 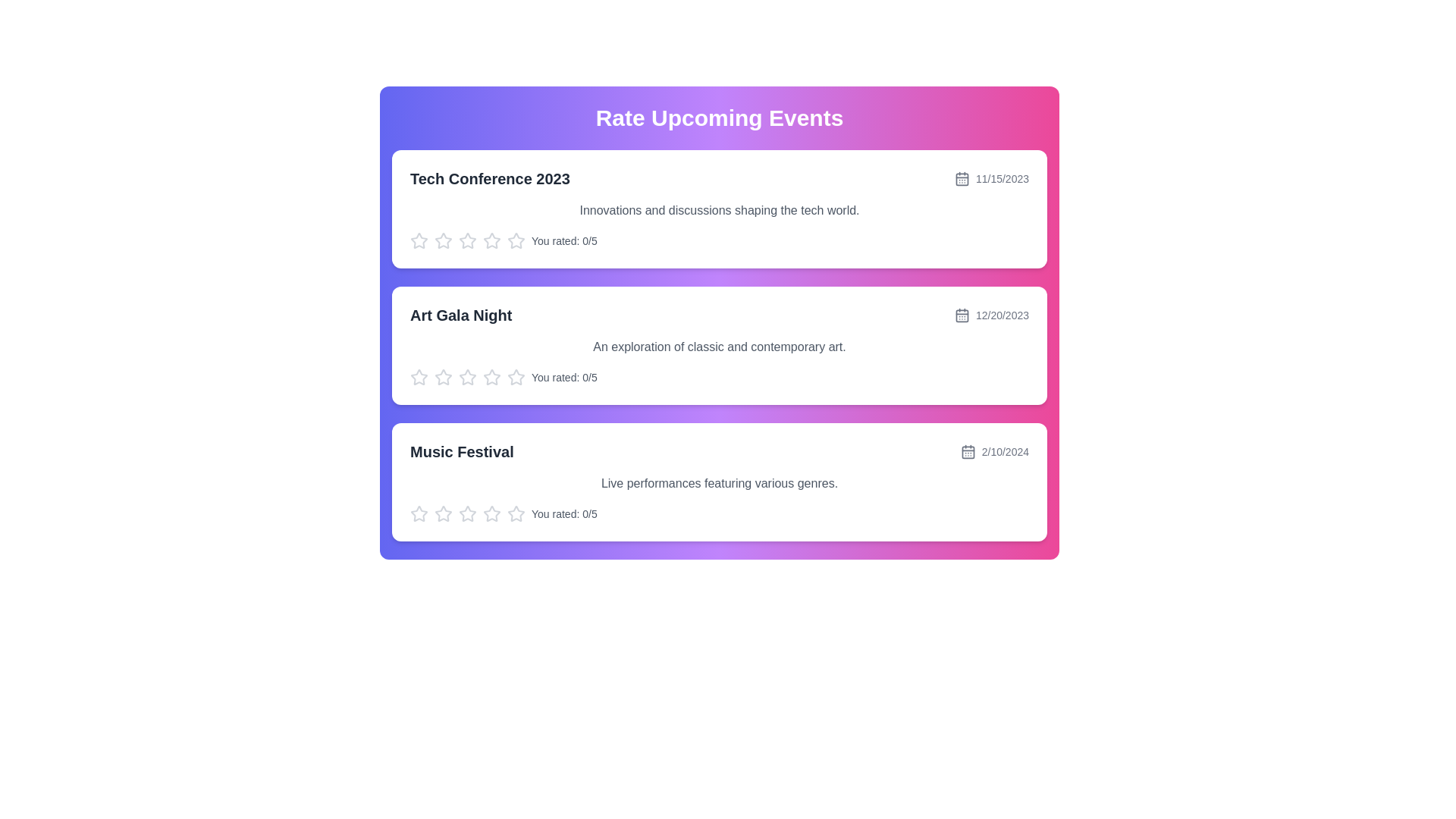 What do you see at coordinates (467, 513) in the screenshot?
I see `the fourth star in the rating component for the 'Music Festival' event` at bounding box center [467, 513].